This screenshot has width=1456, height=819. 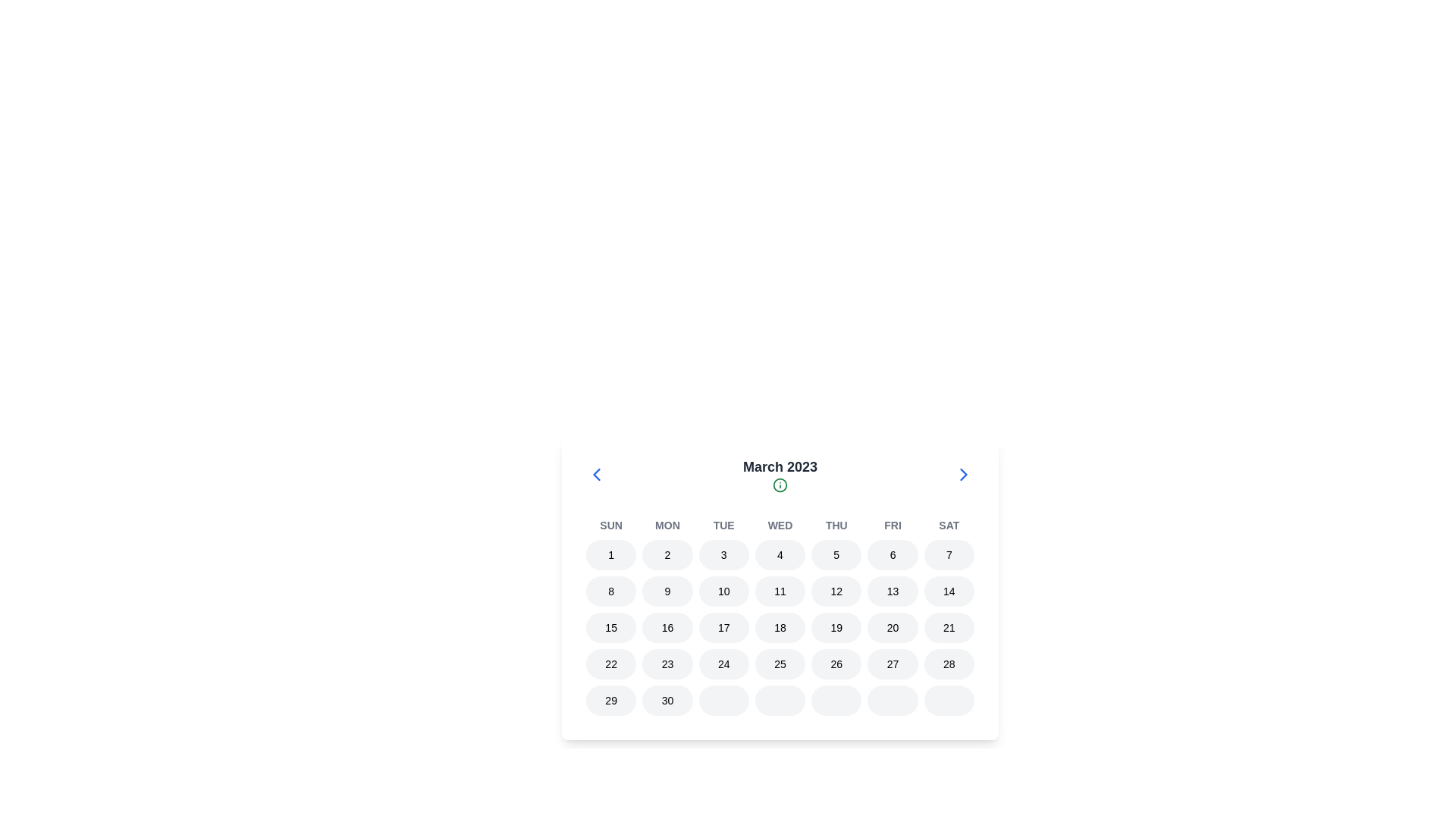 I want to click on the text label displaying 'TUE', which is styled in small uppercase gray font and positioned under the weekday header in the calendar interface, so click(x=723, y=525).